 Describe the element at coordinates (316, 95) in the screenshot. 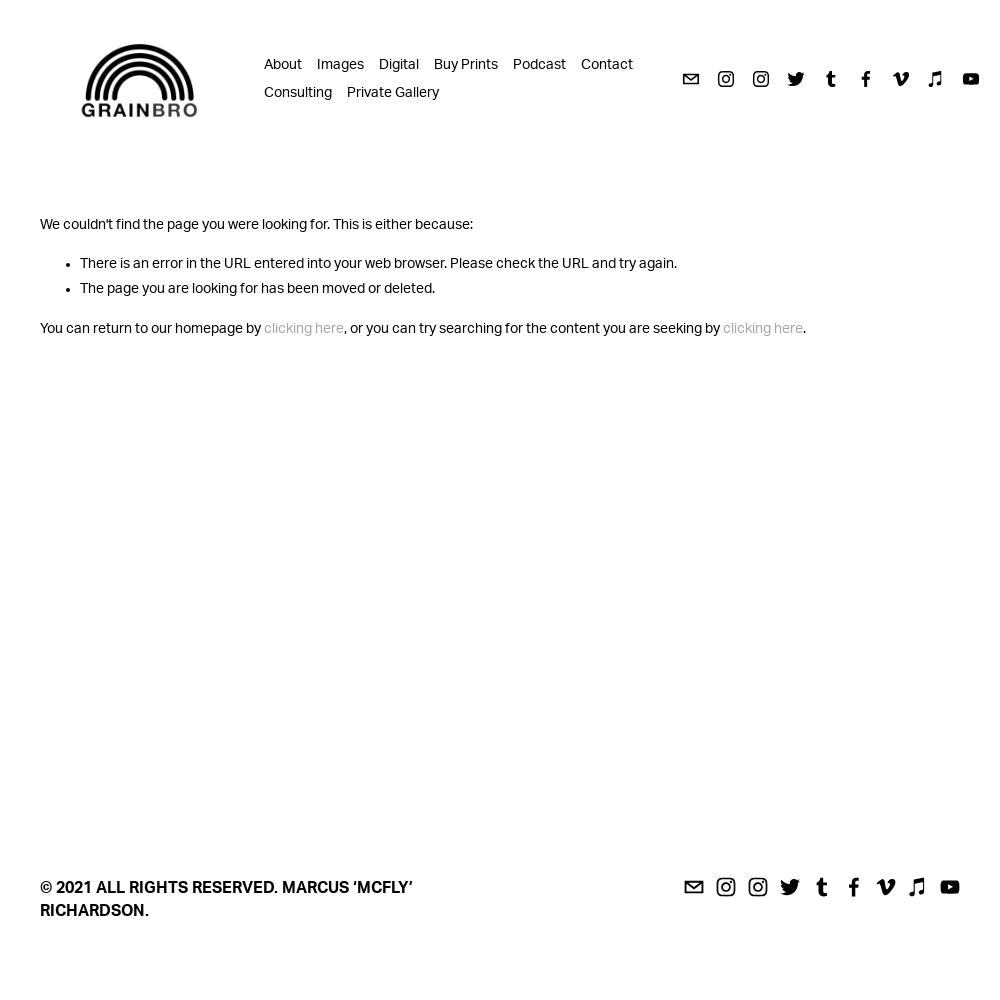

I see `'Archive'` at that location.